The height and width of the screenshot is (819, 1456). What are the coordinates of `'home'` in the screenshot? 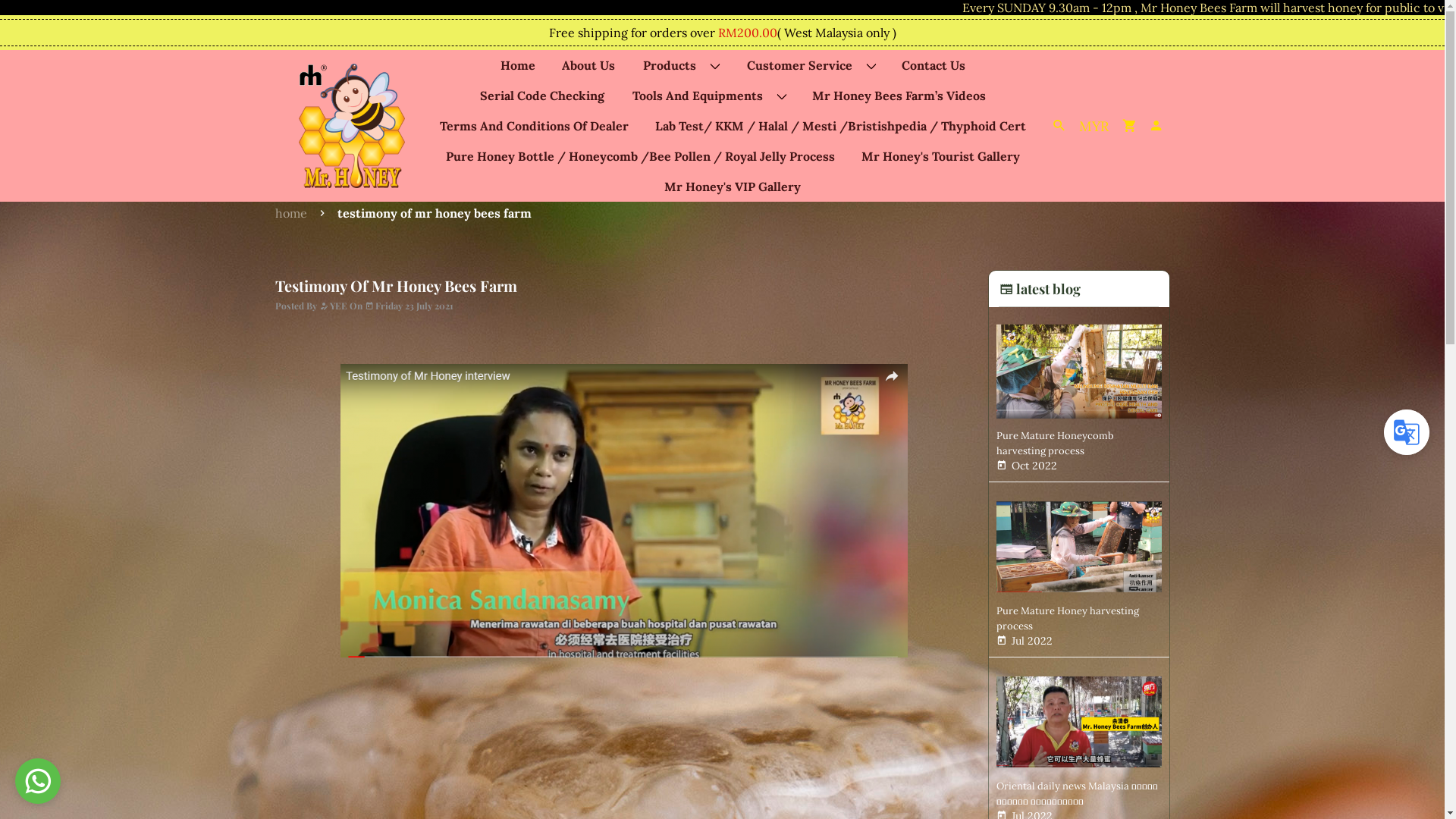 It's located at (274, 213).